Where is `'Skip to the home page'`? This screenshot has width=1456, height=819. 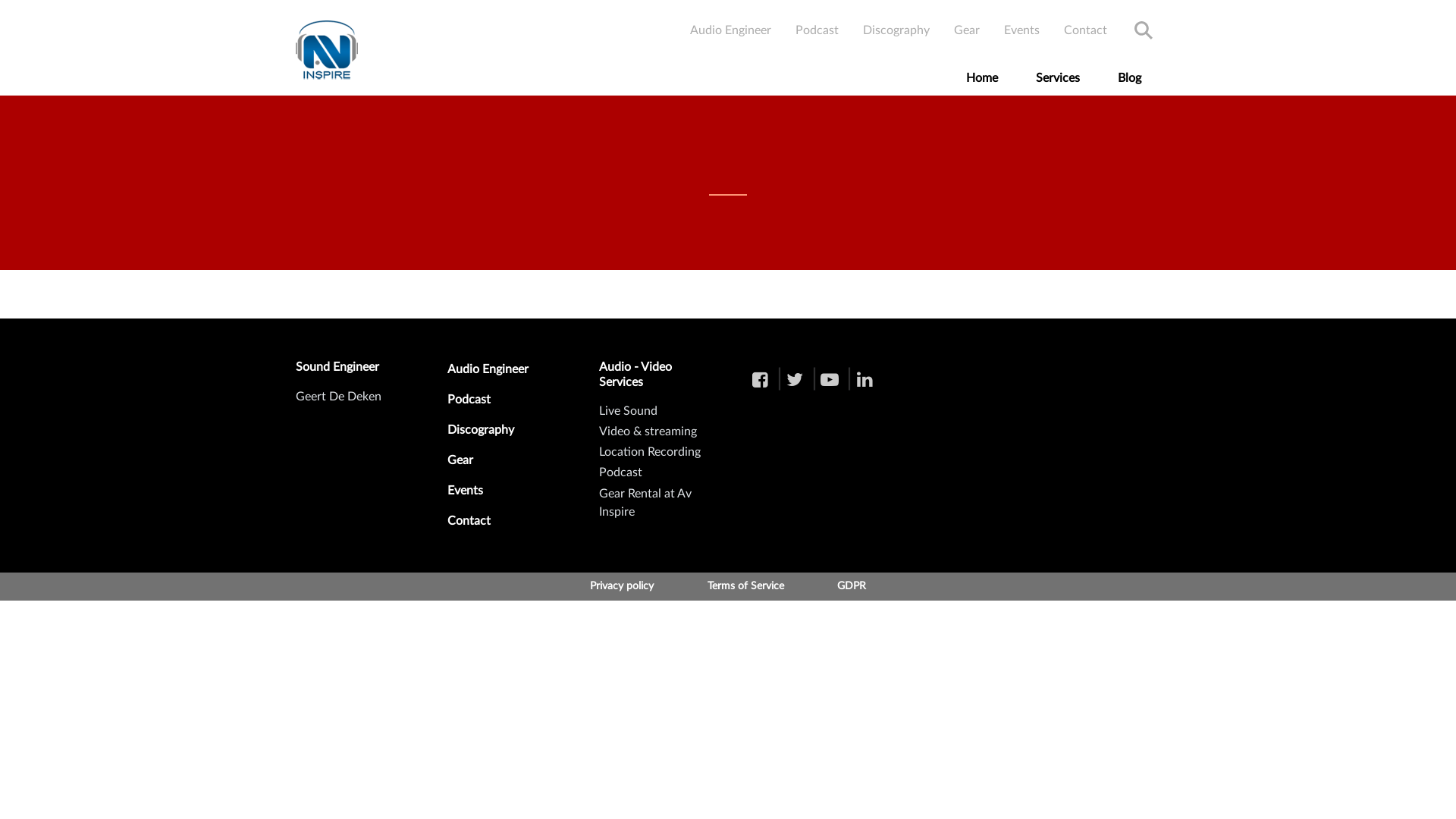
'Skip to the home page' is located at coordinates (326, 49).